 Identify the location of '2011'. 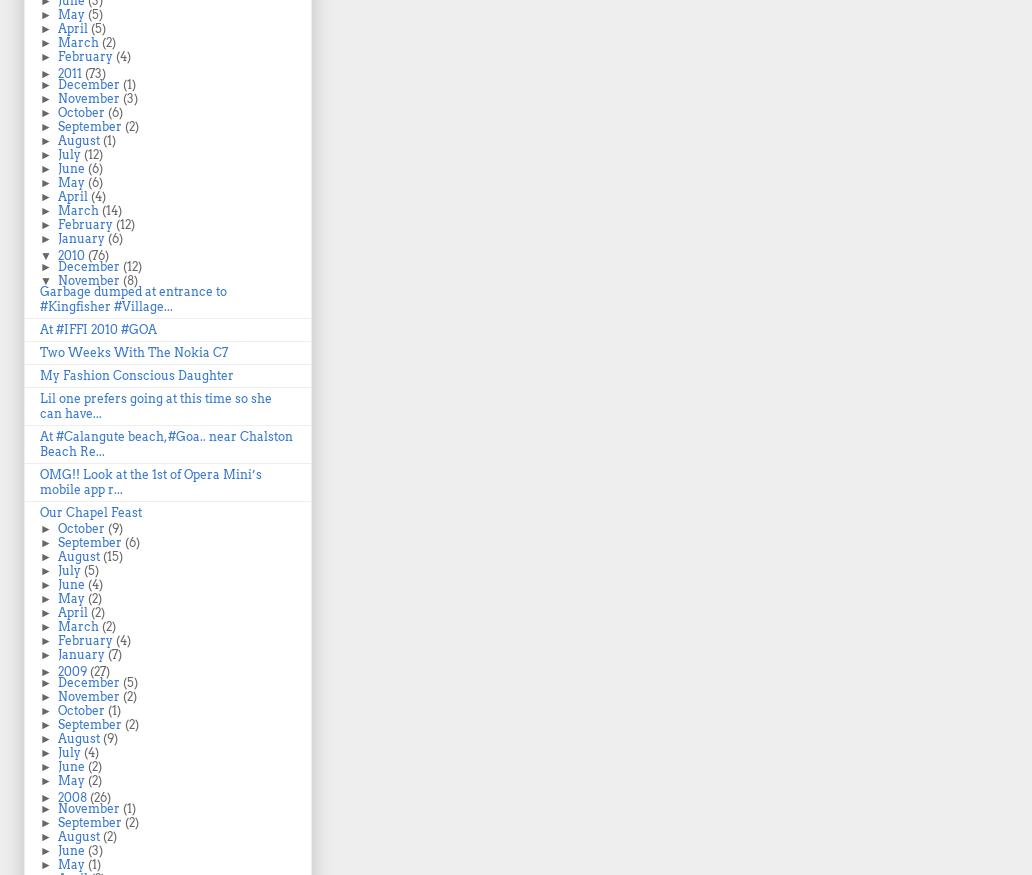
(70, 73).